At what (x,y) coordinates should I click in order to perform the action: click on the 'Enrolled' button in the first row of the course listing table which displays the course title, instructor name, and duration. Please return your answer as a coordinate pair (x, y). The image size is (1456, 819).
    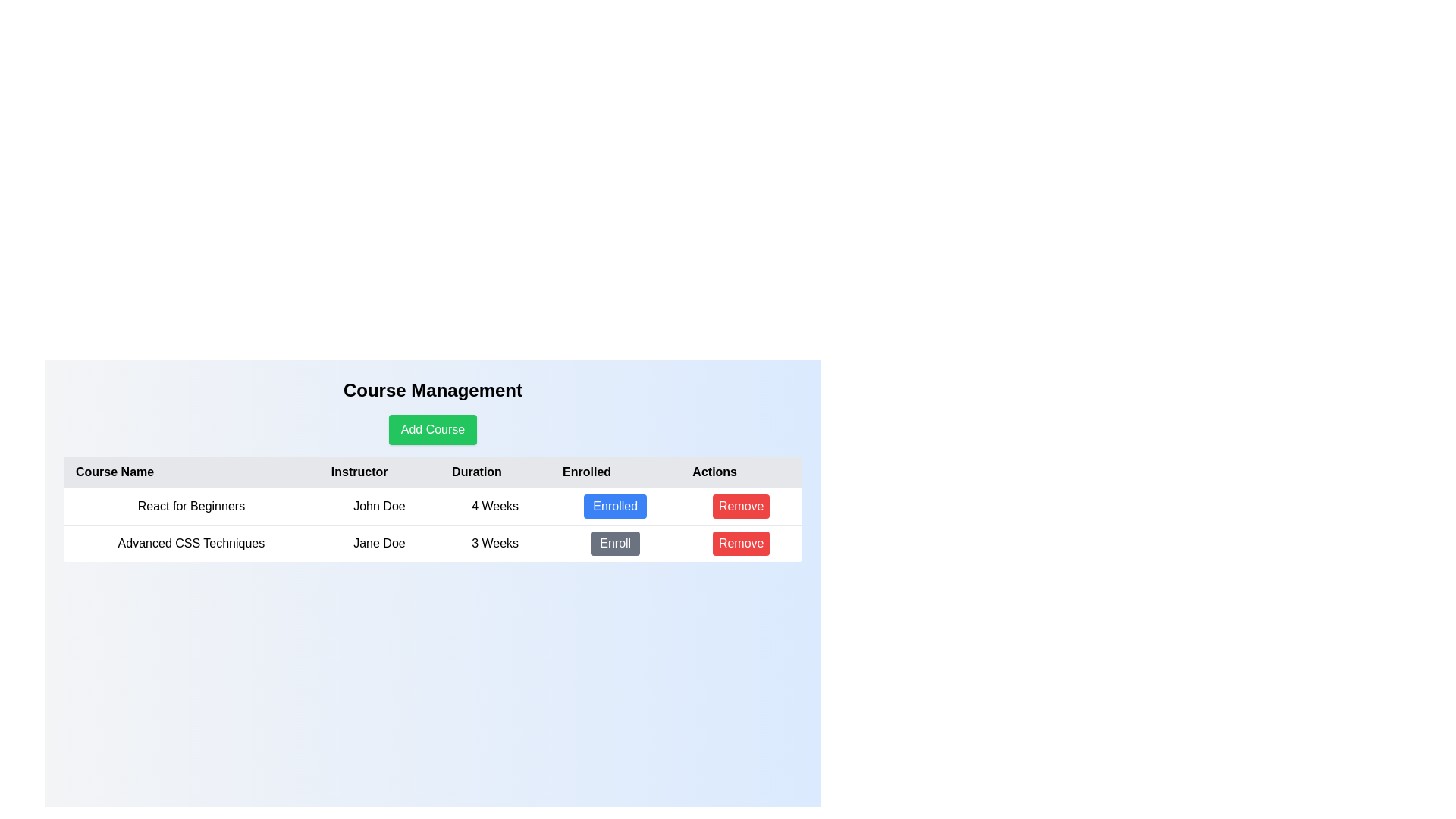
    Looking at the image, I should click on (432, 506).